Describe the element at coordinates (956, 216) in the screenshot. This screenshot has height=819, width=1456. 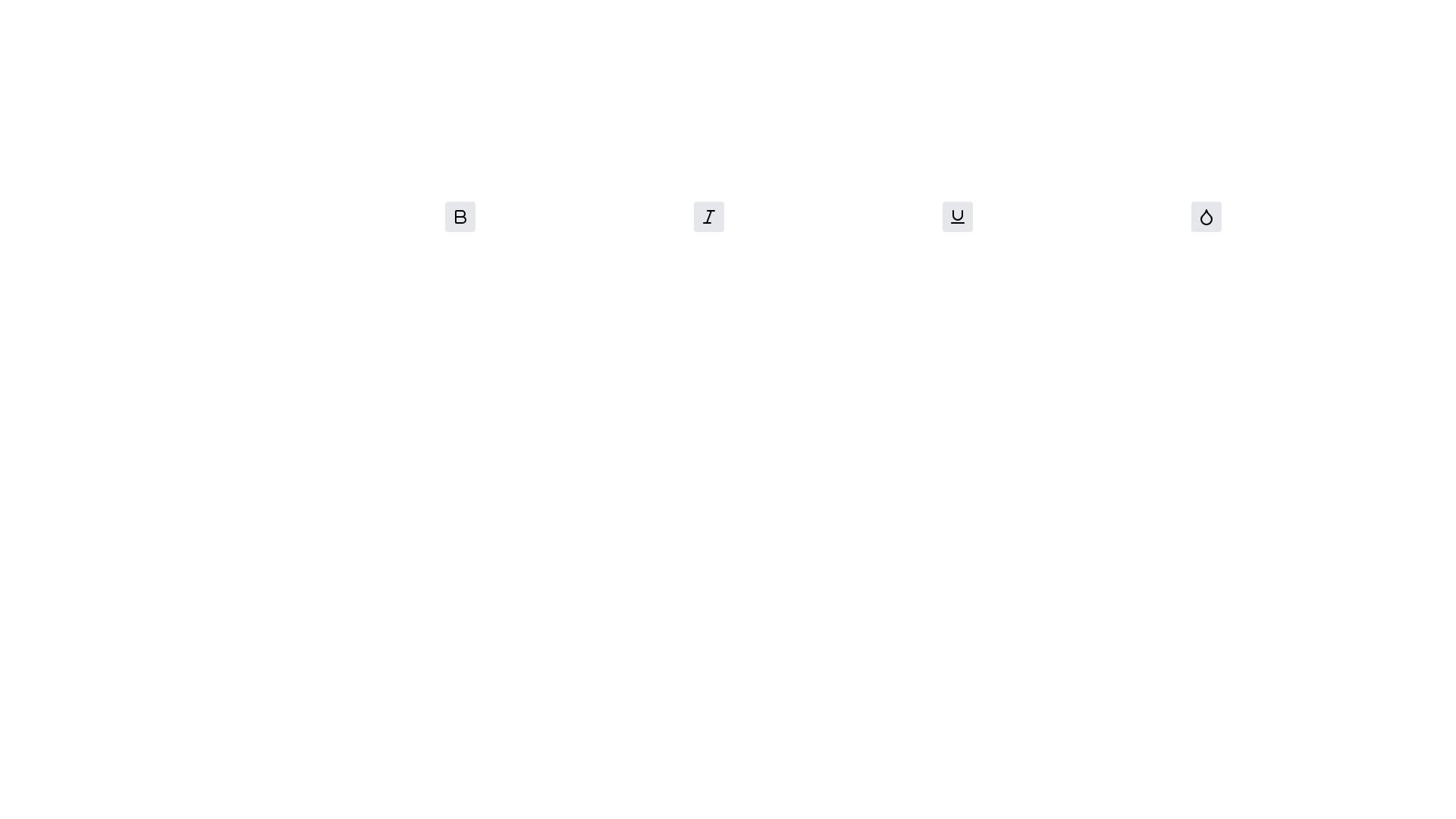
I see `the underline formatting button, which is the third button from the left in a horizontal layout of four buttons in a text editor` at that location.